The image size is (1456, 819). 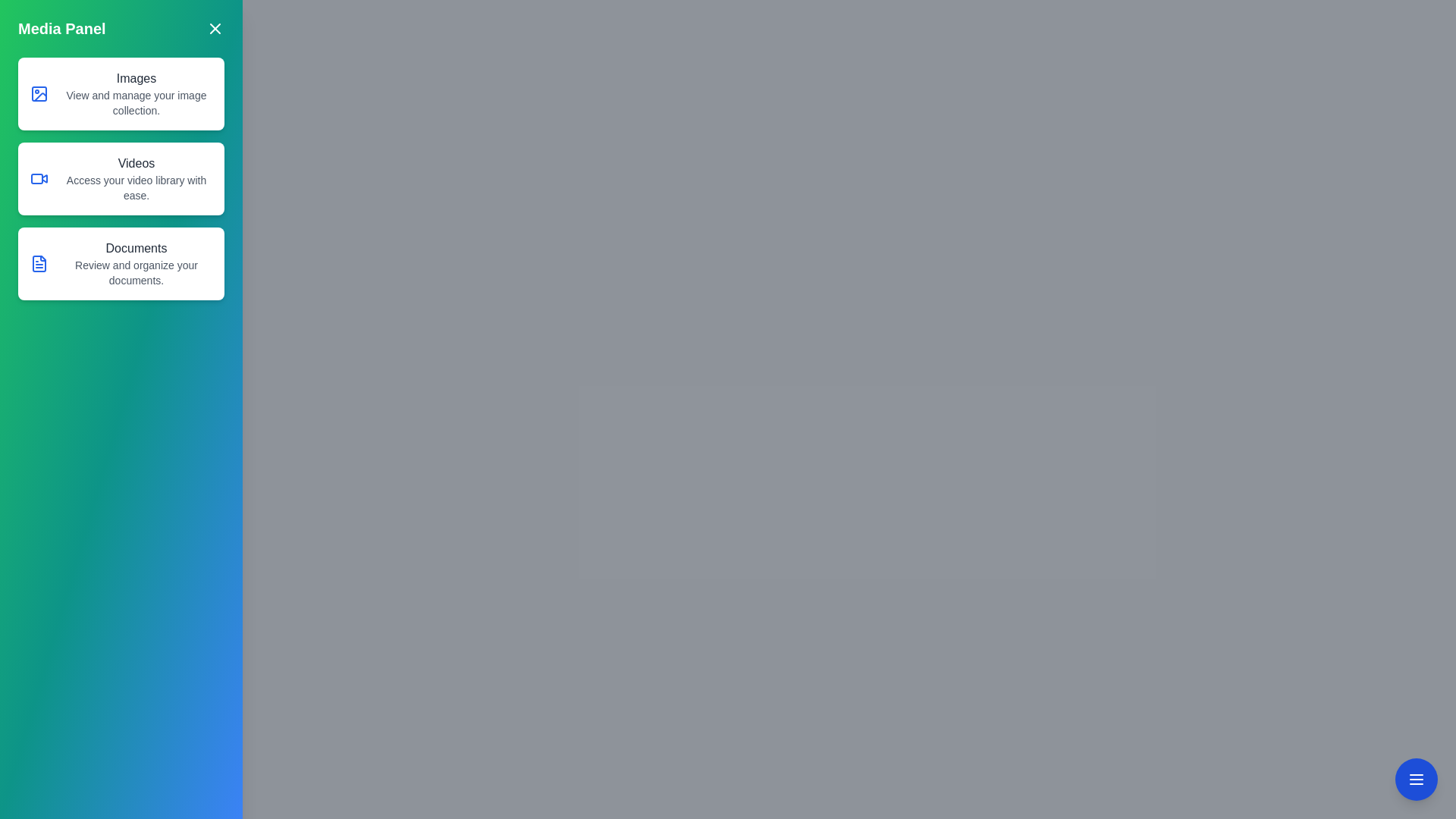 I want to click on the first selectable option button in the vertical list located above 'Videos' and 'Documents', so click(x=120, y=93).